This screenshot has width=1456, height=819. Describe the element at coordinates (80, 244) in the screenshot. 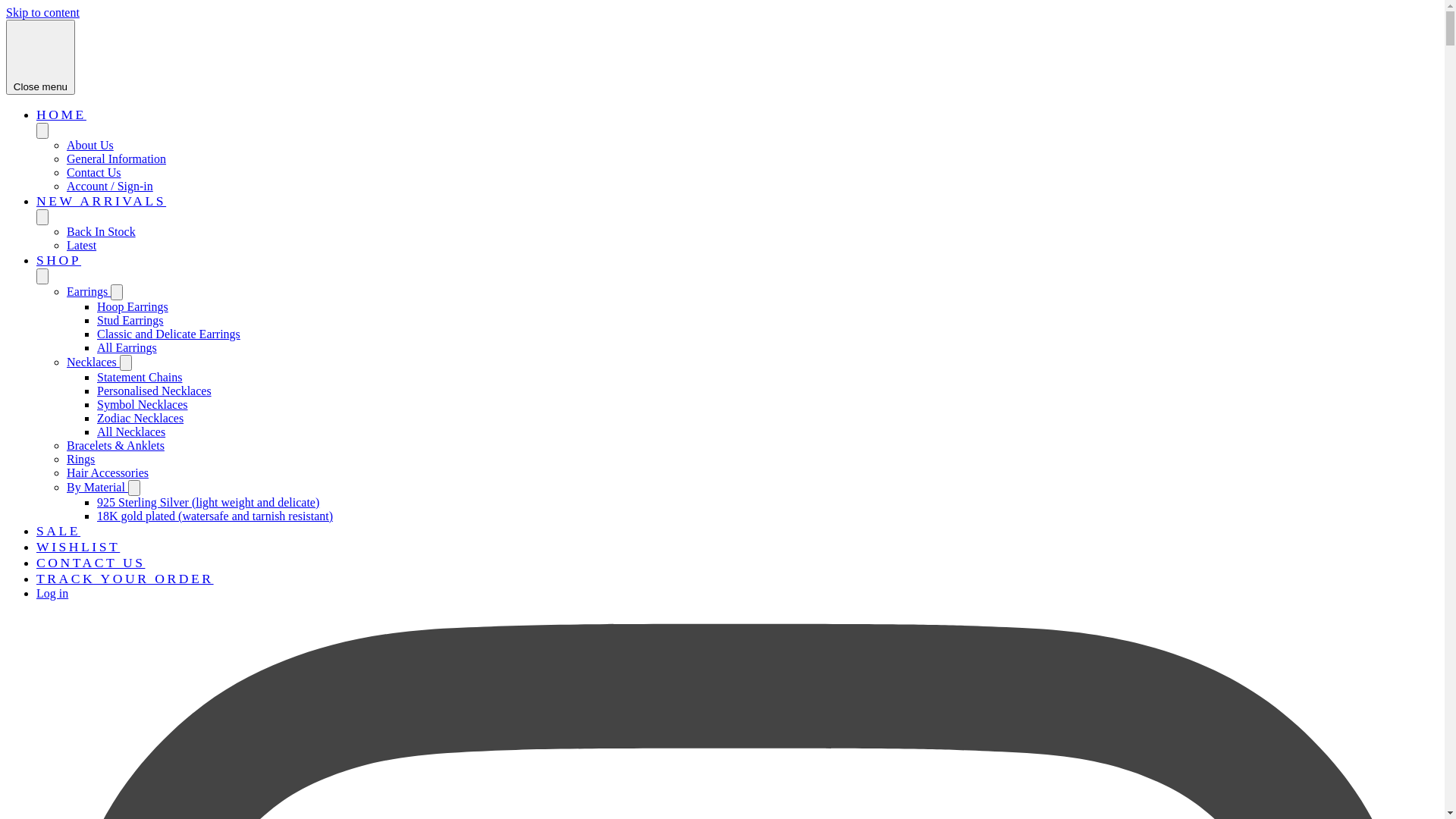

I see `'Latest'` at that location.